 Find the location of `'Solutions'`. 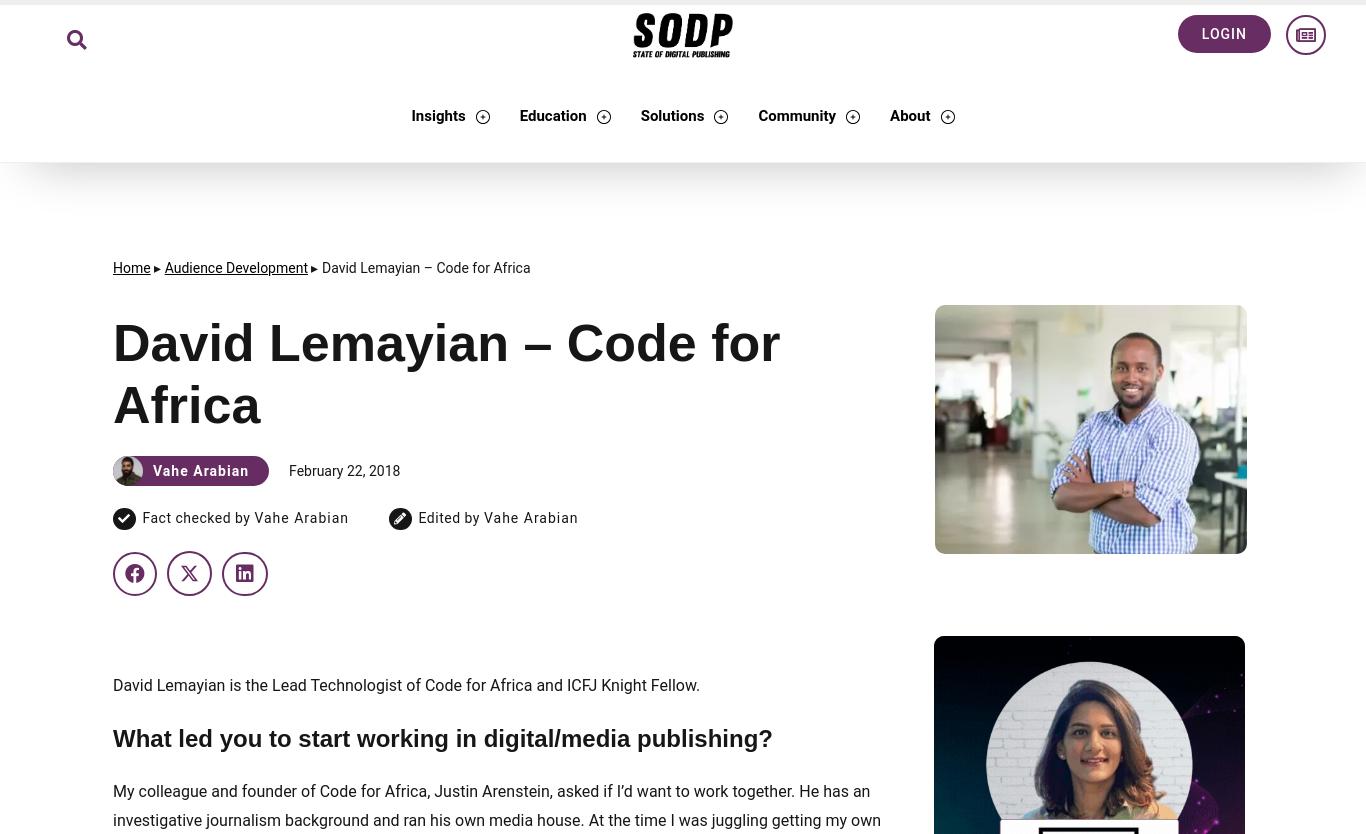

'Solutions' is located at coordinates (670, 115).